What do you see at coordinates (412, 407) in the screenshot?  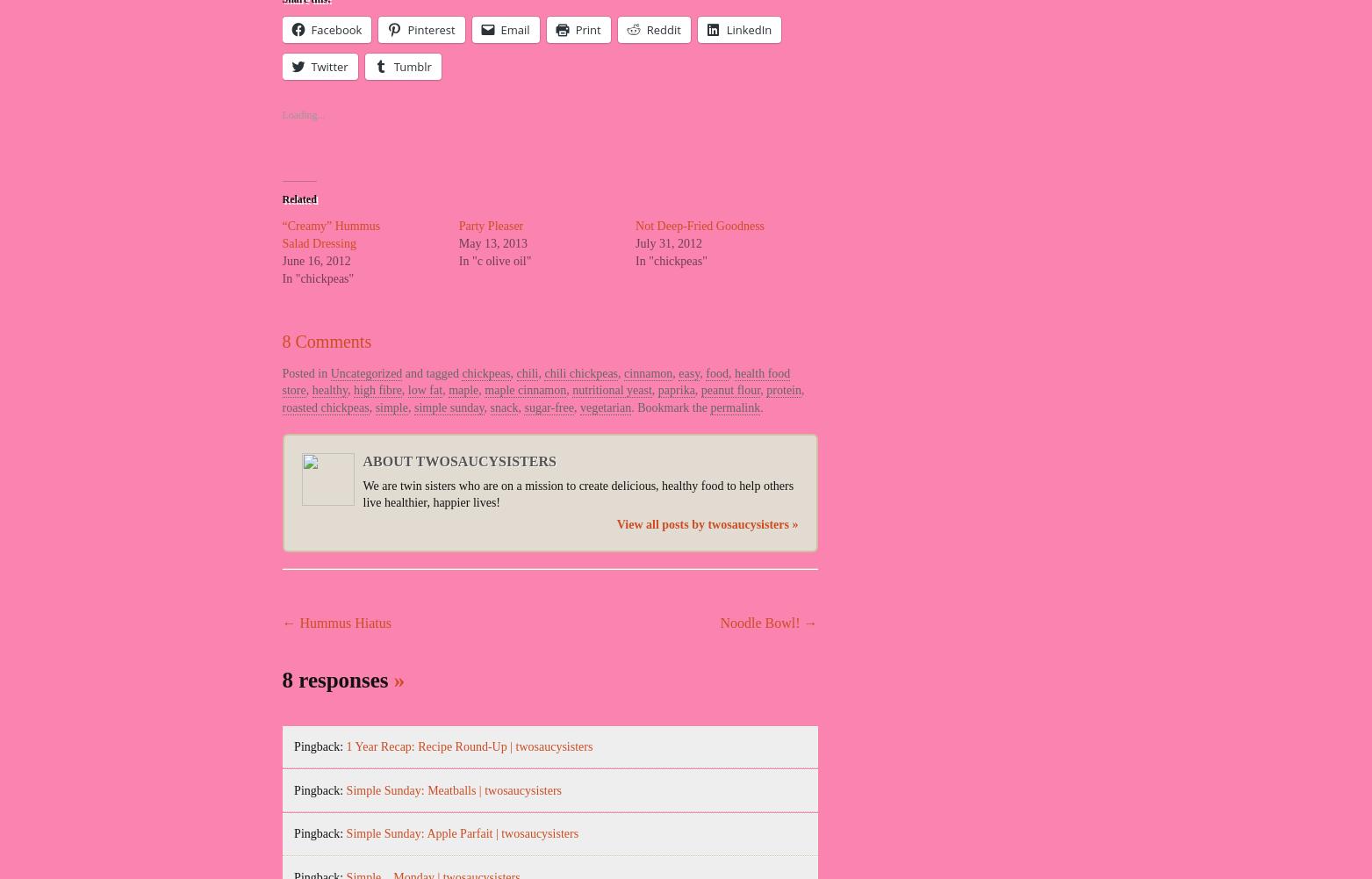 I see `'simple sunday'` at bounding box center [412, 407].